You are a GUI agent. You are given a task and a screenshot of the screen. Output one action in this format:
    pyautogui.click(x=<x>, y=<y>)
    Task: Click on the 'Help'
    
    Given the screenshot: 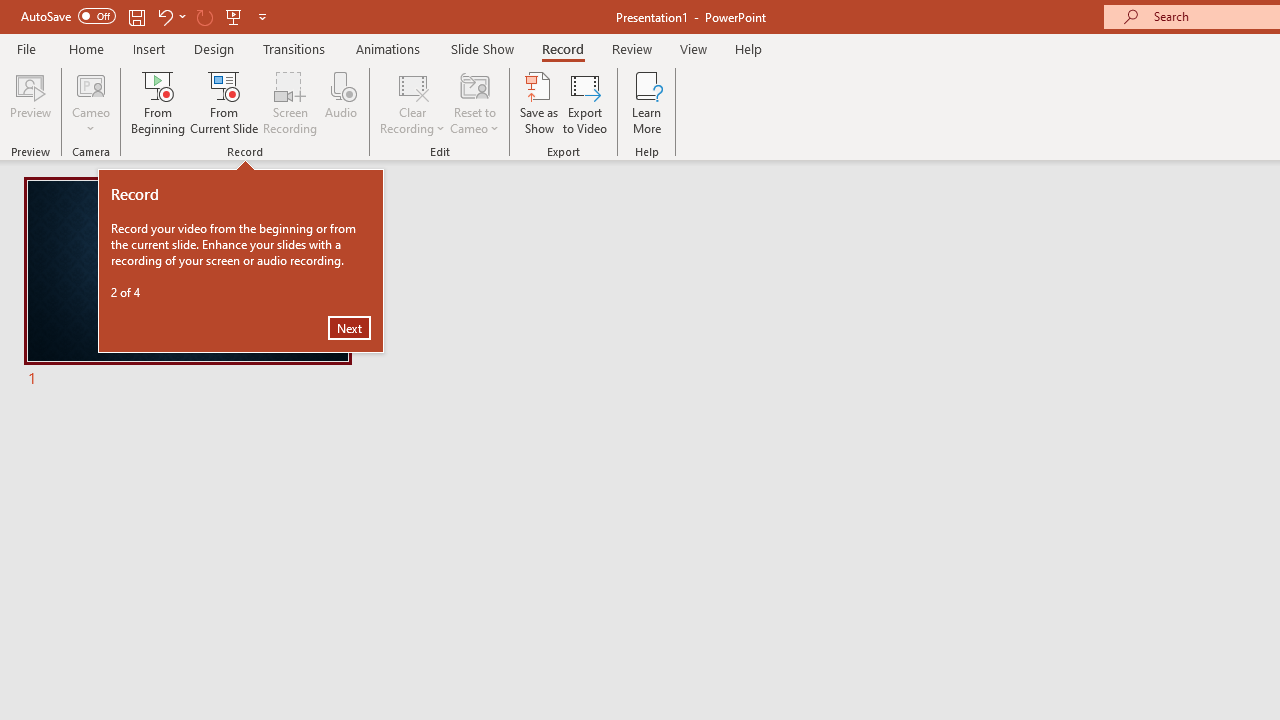 What is the action you would take?
    pyautogui.click(x=747, y=48)
    